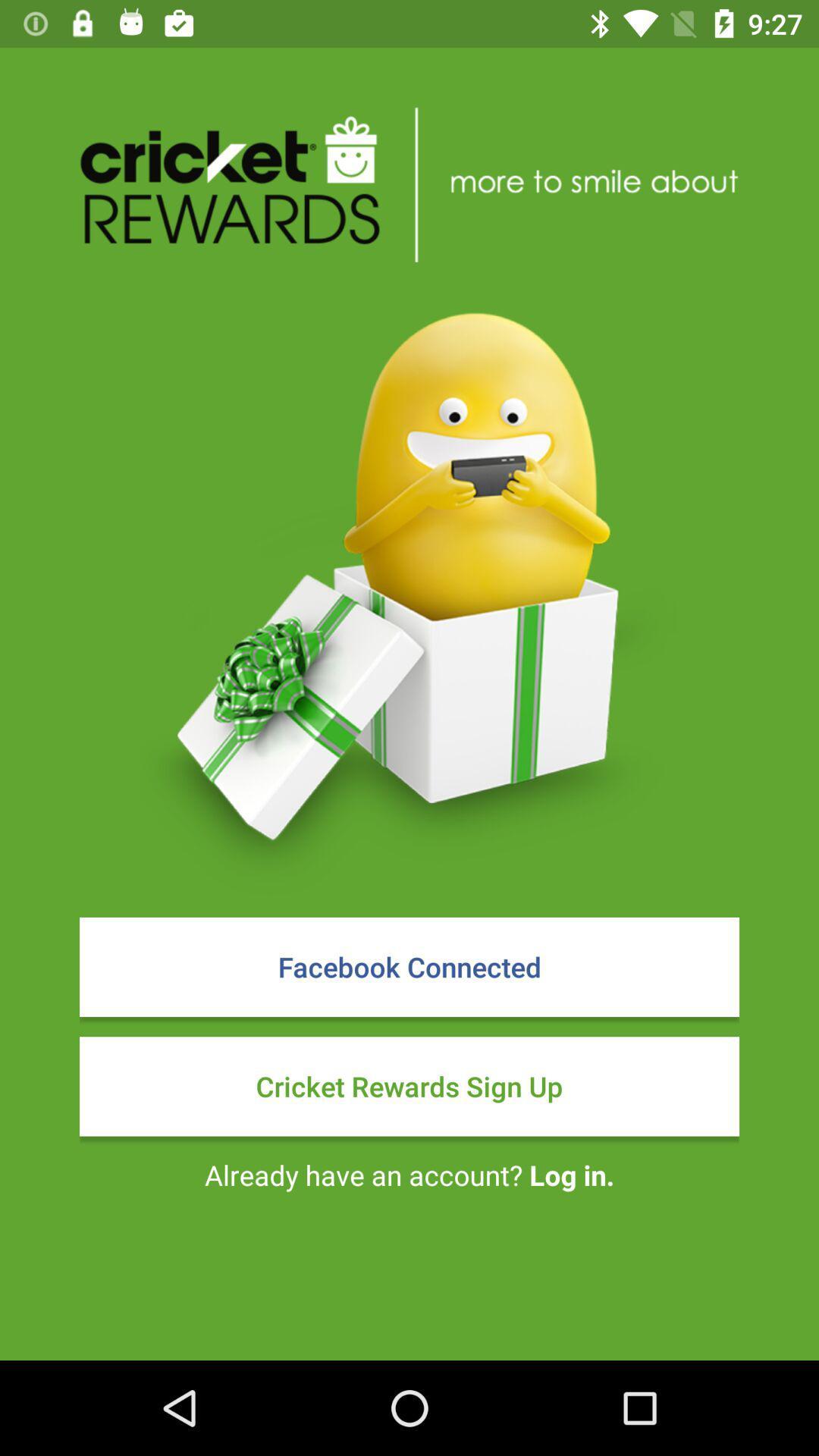 The width and height of the screenshot is (819, 1456). I want to click on the already have an item, so click(409, 1174).